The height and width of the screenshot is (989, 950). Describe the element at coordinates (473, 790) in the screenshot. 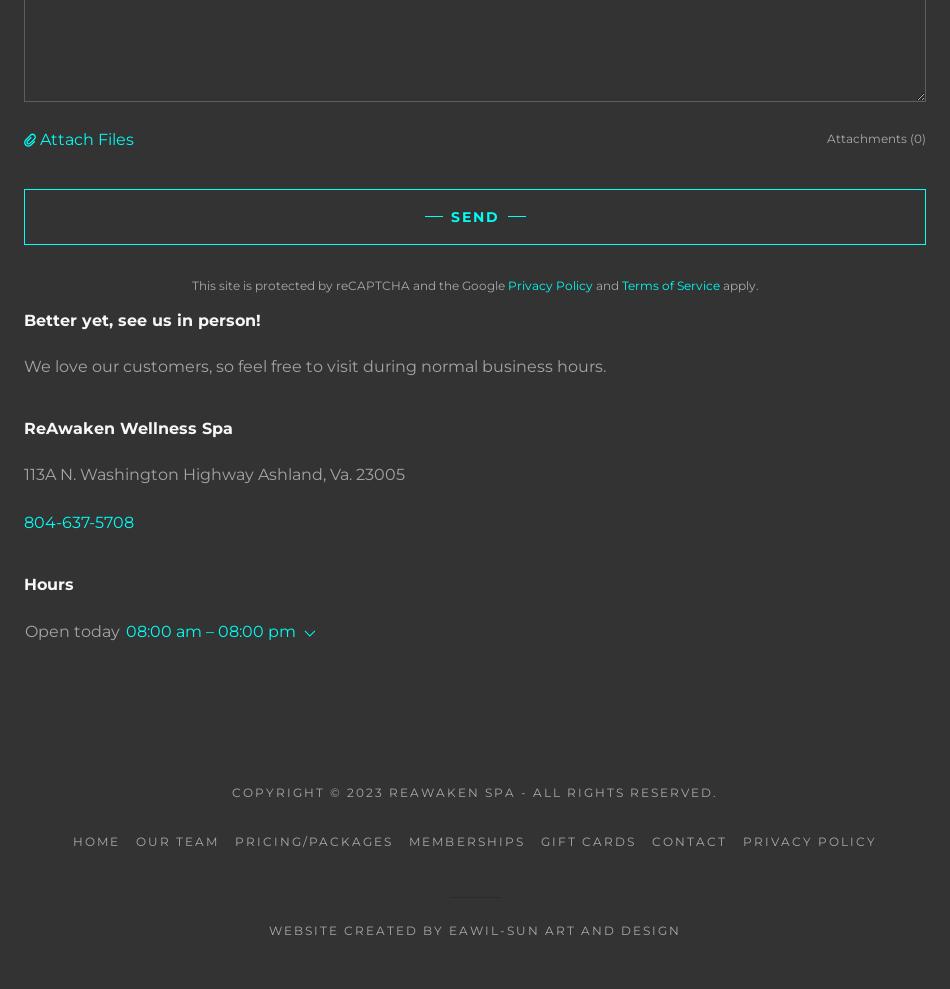

I see `'Copyright © 2023 ReAwaken Spa - All Rights Reserved.'` at that location.